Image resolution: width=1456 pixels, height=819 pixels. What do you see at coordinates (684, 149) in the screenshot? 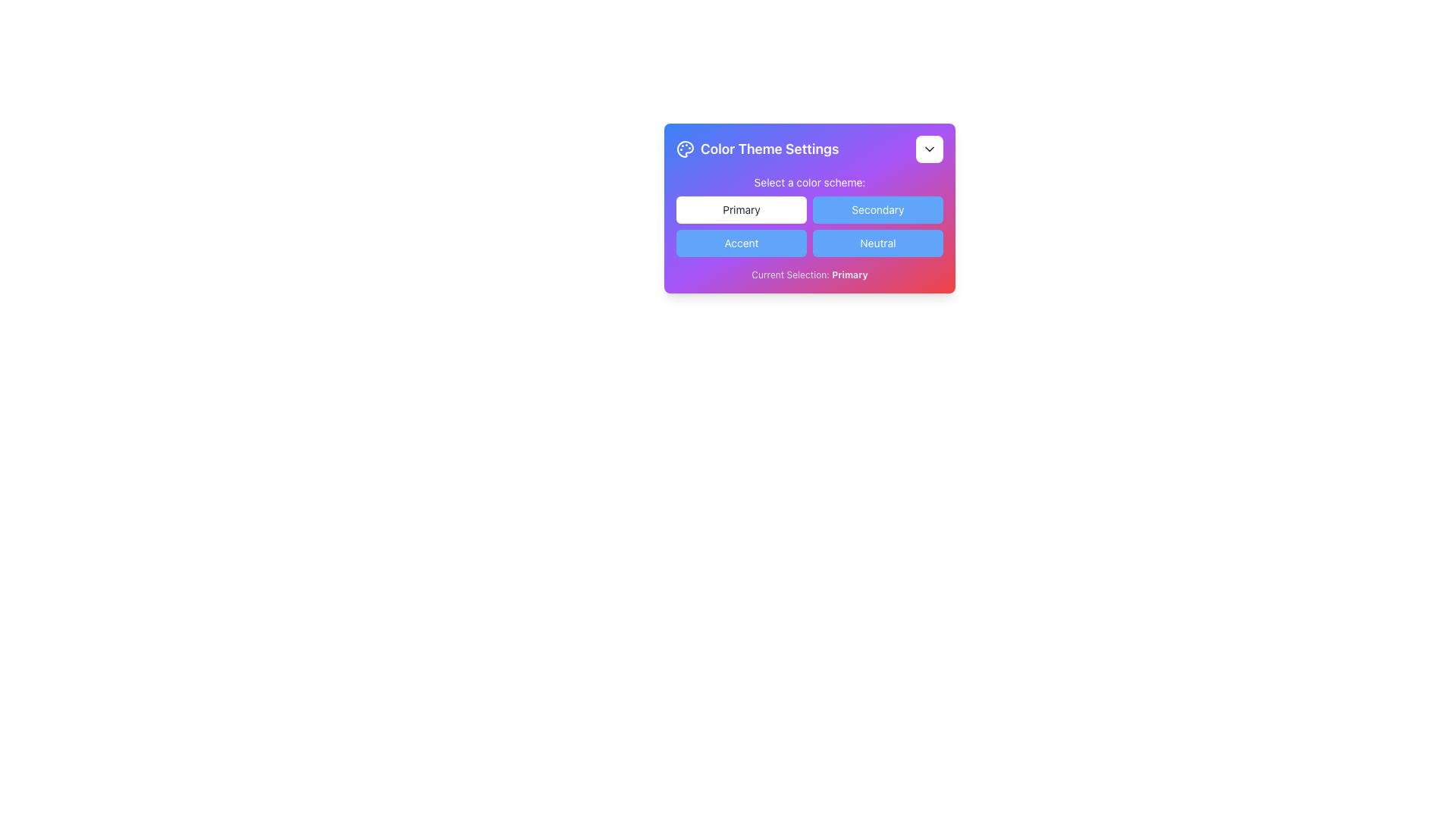
I see `the painter's palette icon located at the top-left corner of the 'Color Theme Settings' card, to the left of the text label 'Color Theme Settings'` at bounding box center [684, 149].